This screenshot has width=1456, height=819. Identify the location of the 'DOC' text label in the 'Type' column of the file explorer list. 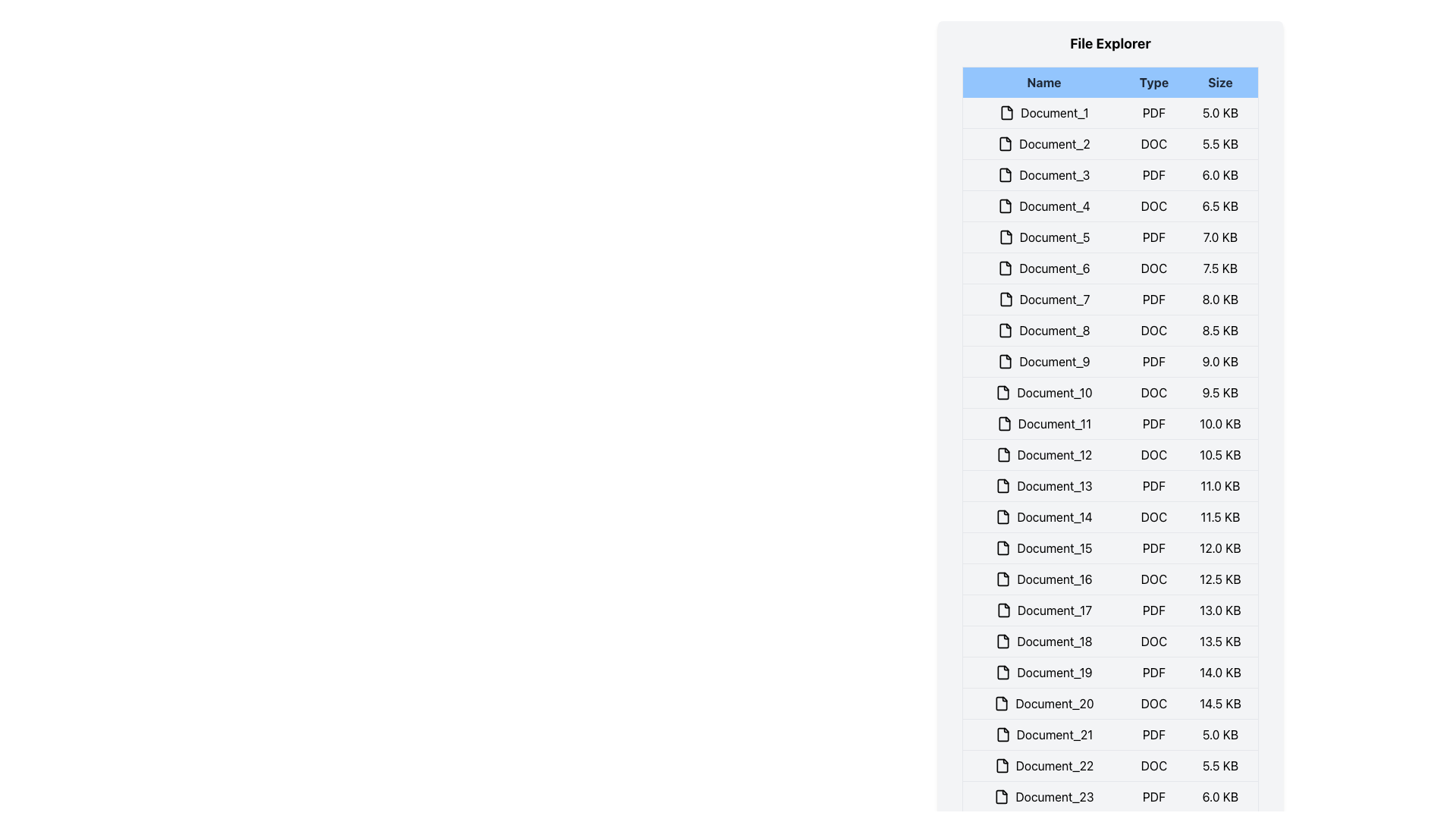
(1153, 329).